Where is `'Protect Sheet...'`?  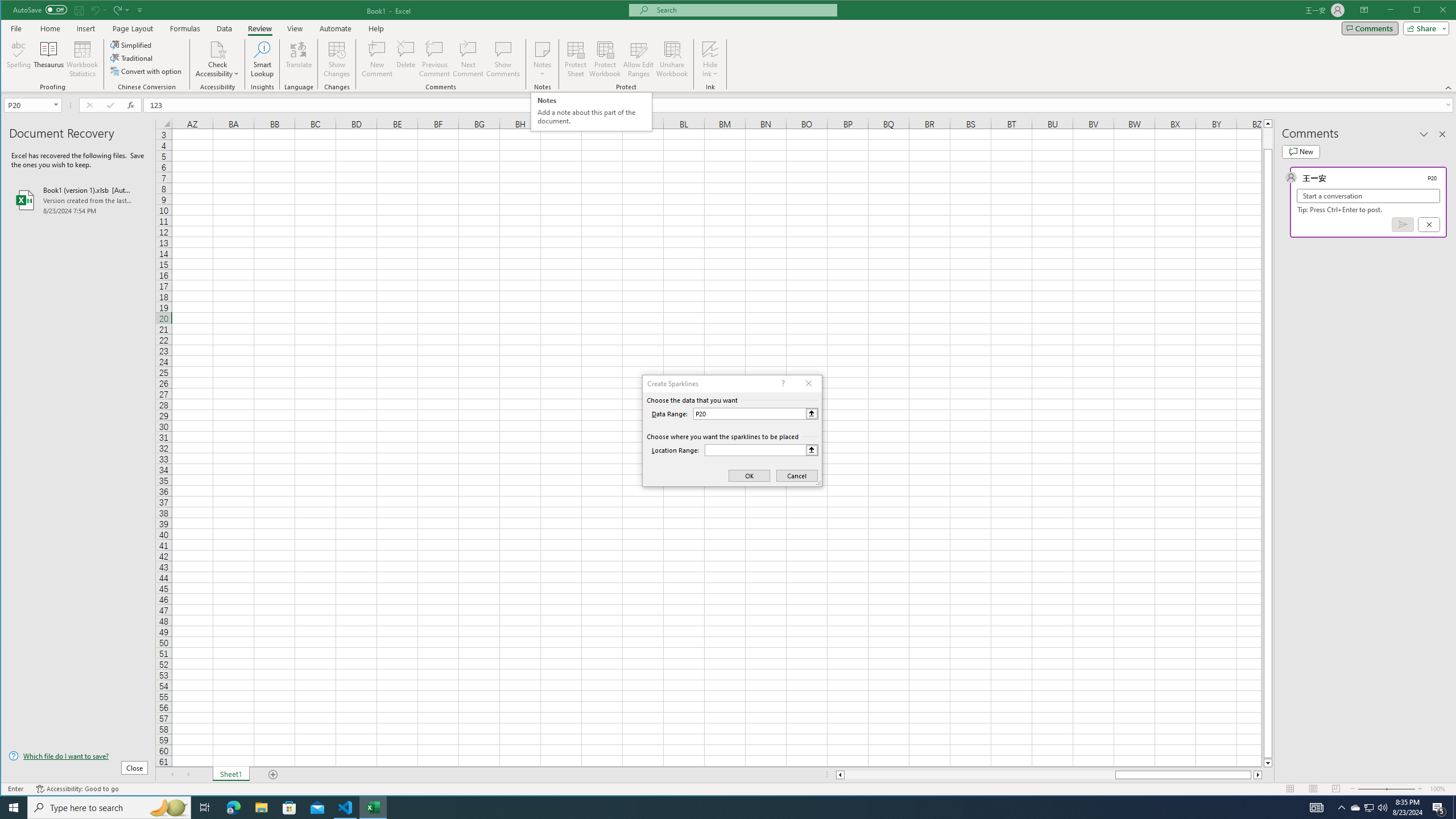 'Protect Sheet...' is located at coordinates (575, 59).